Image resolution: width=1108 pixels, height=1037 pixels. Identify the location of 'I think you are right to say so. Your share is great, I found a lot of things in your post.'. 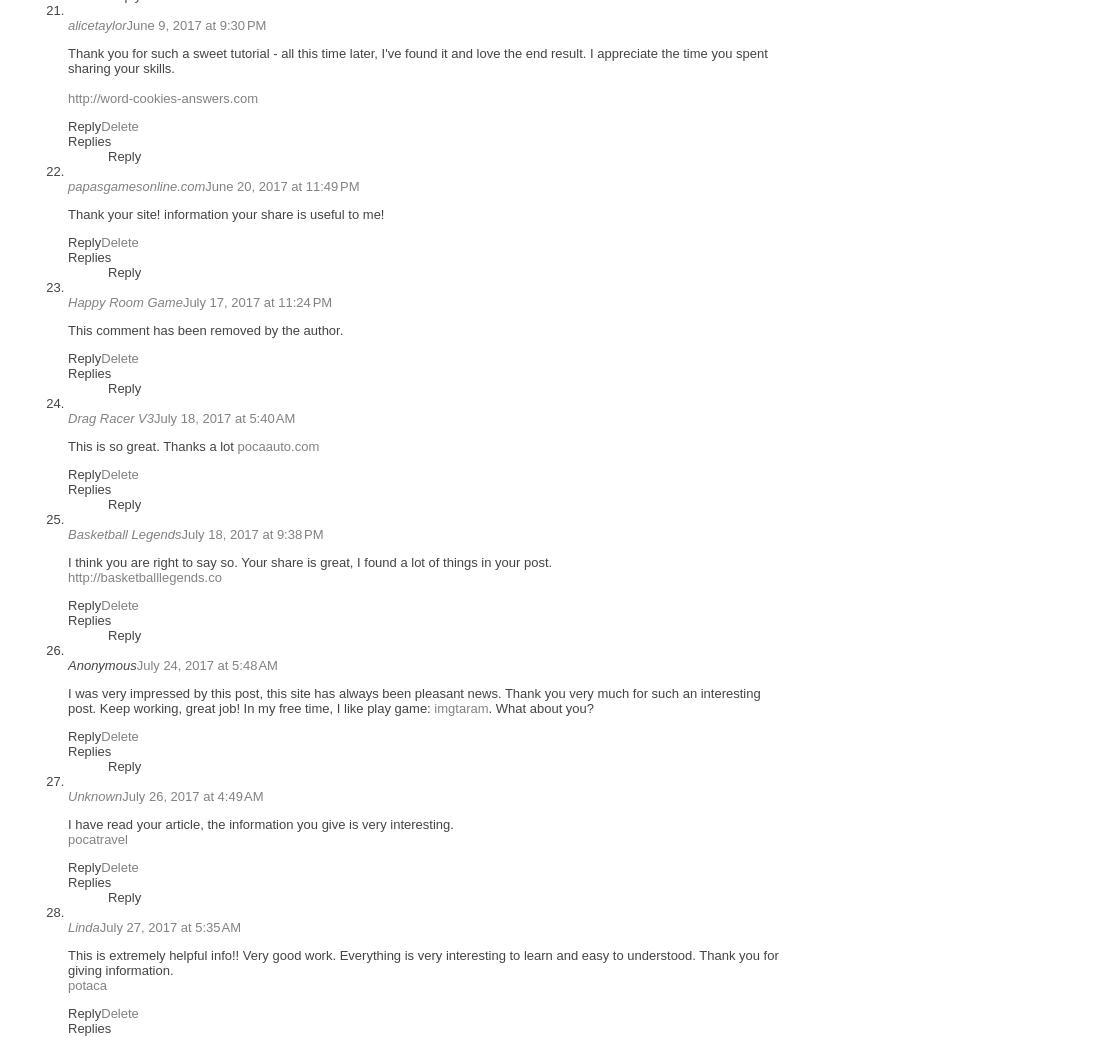
(310, 562).